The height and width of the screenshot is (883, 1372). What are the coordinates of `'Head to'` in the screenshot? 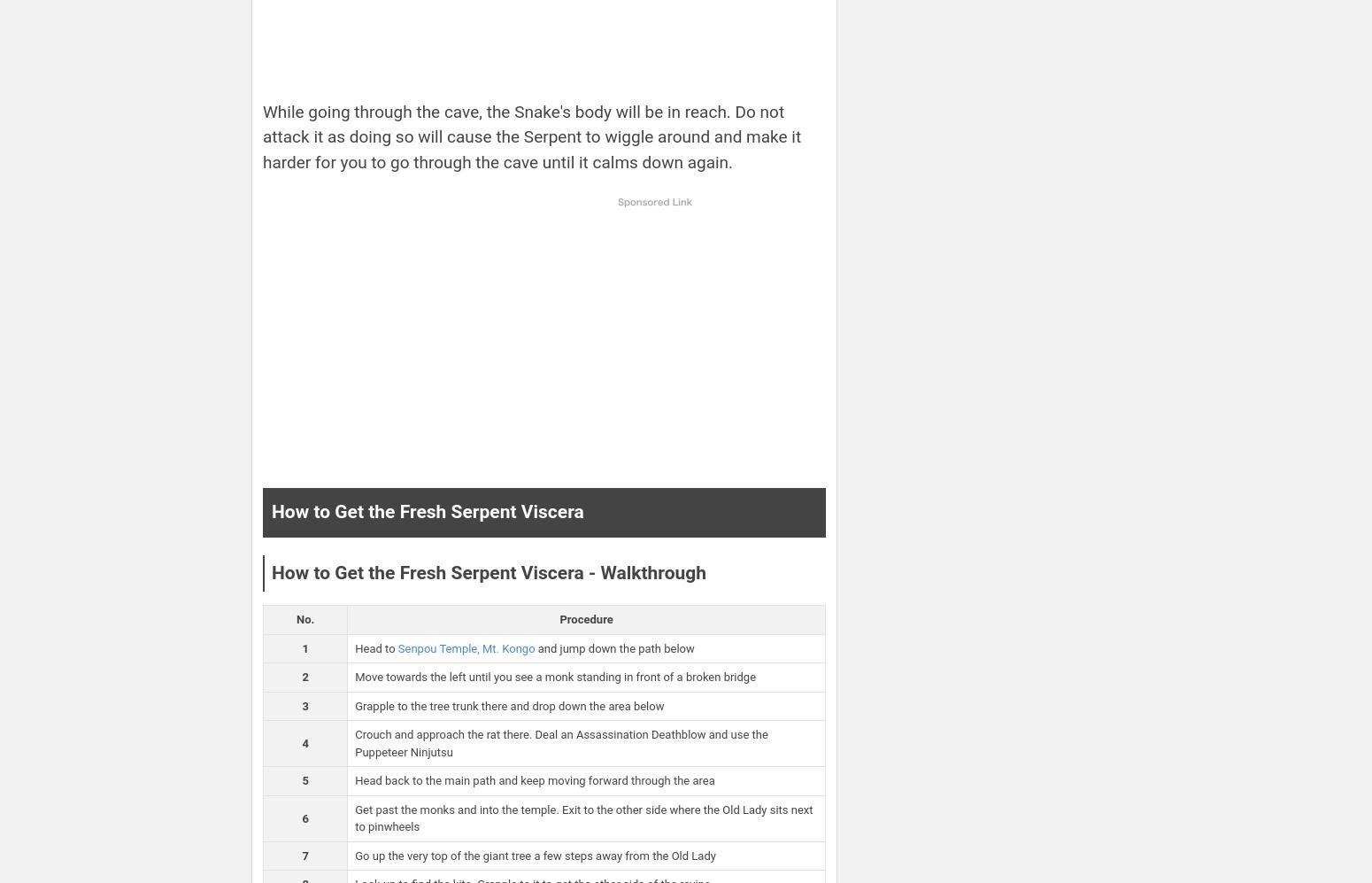 It's located at (376, 647).